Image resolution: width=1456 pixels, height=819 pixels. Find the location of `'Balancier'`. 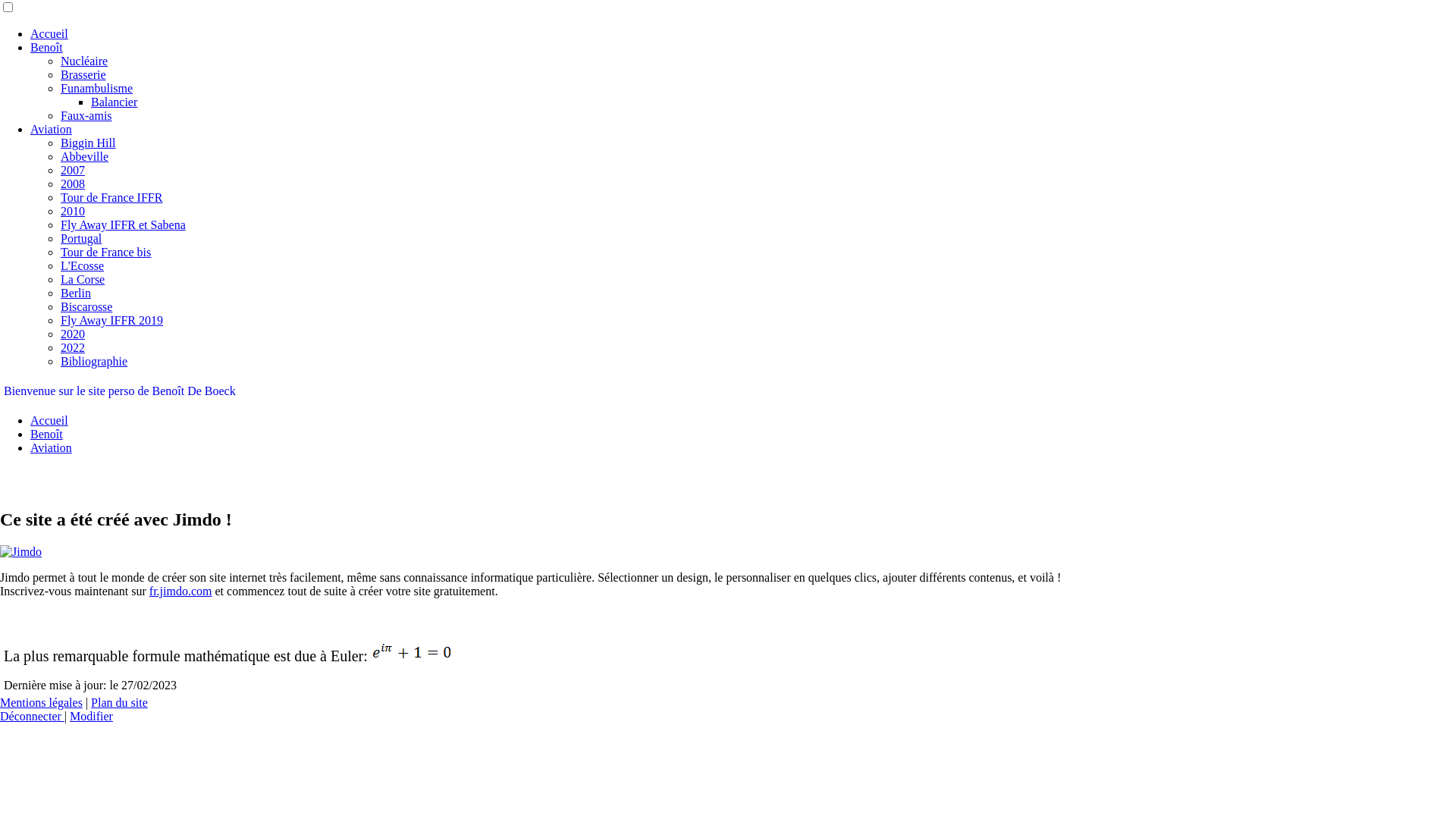

'Balancier' is located at coordinates (113, 102).